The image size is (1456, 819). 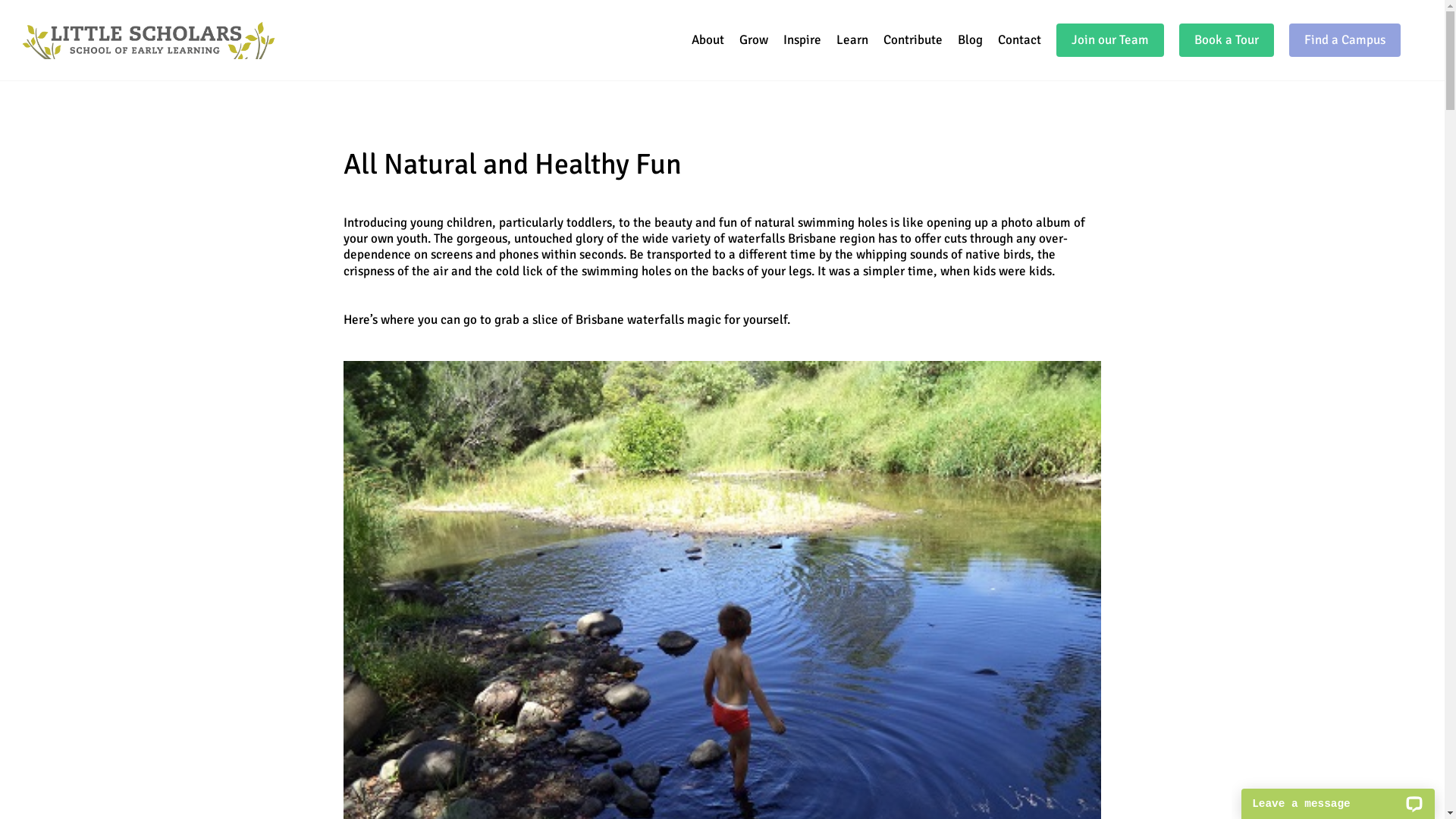 I want to click on 'Find a Campus', so click(x=1345, y=39).